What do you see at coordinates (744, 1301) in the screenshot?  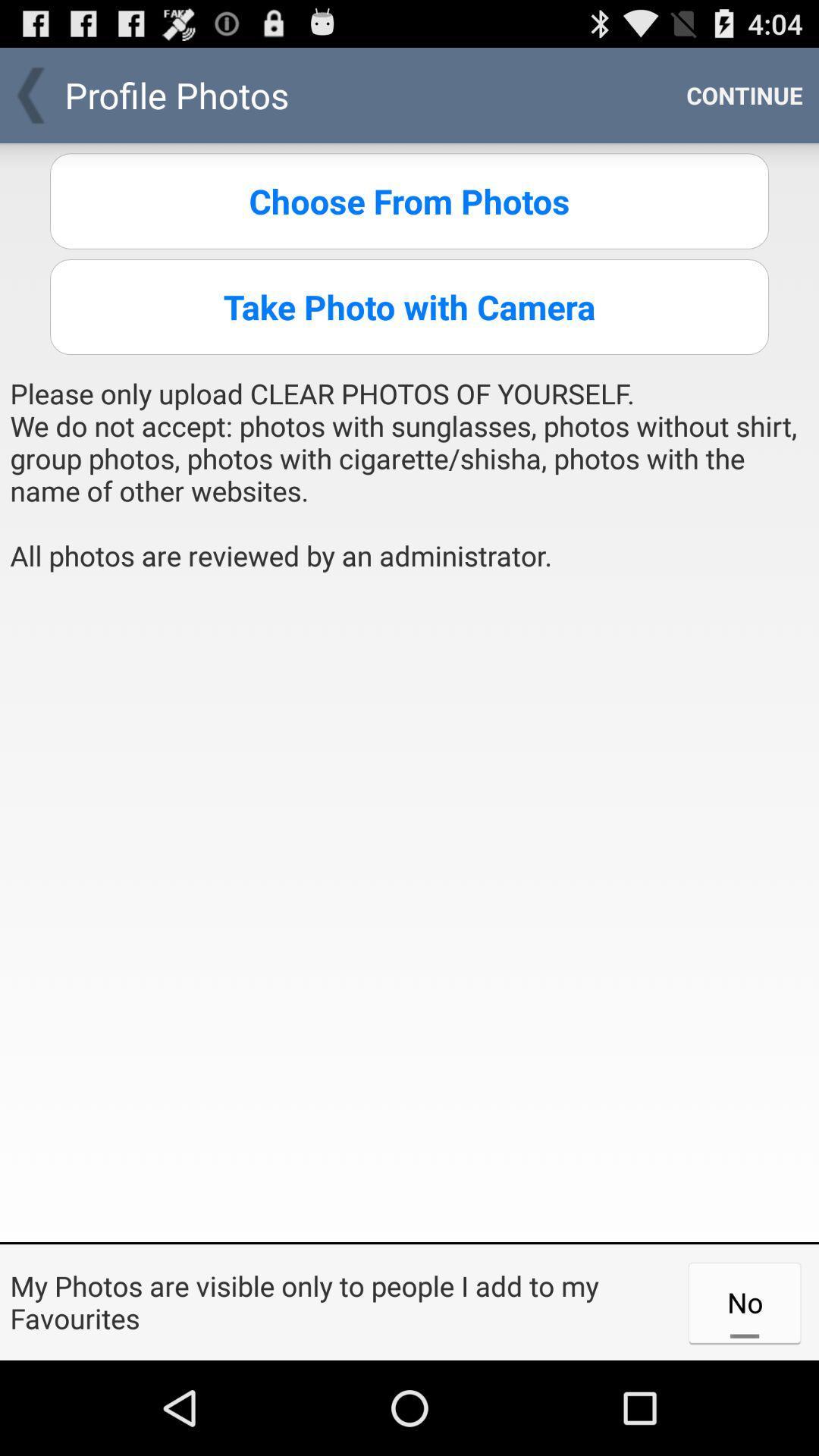 I see `no icon` at bounding box center [744, 1301].